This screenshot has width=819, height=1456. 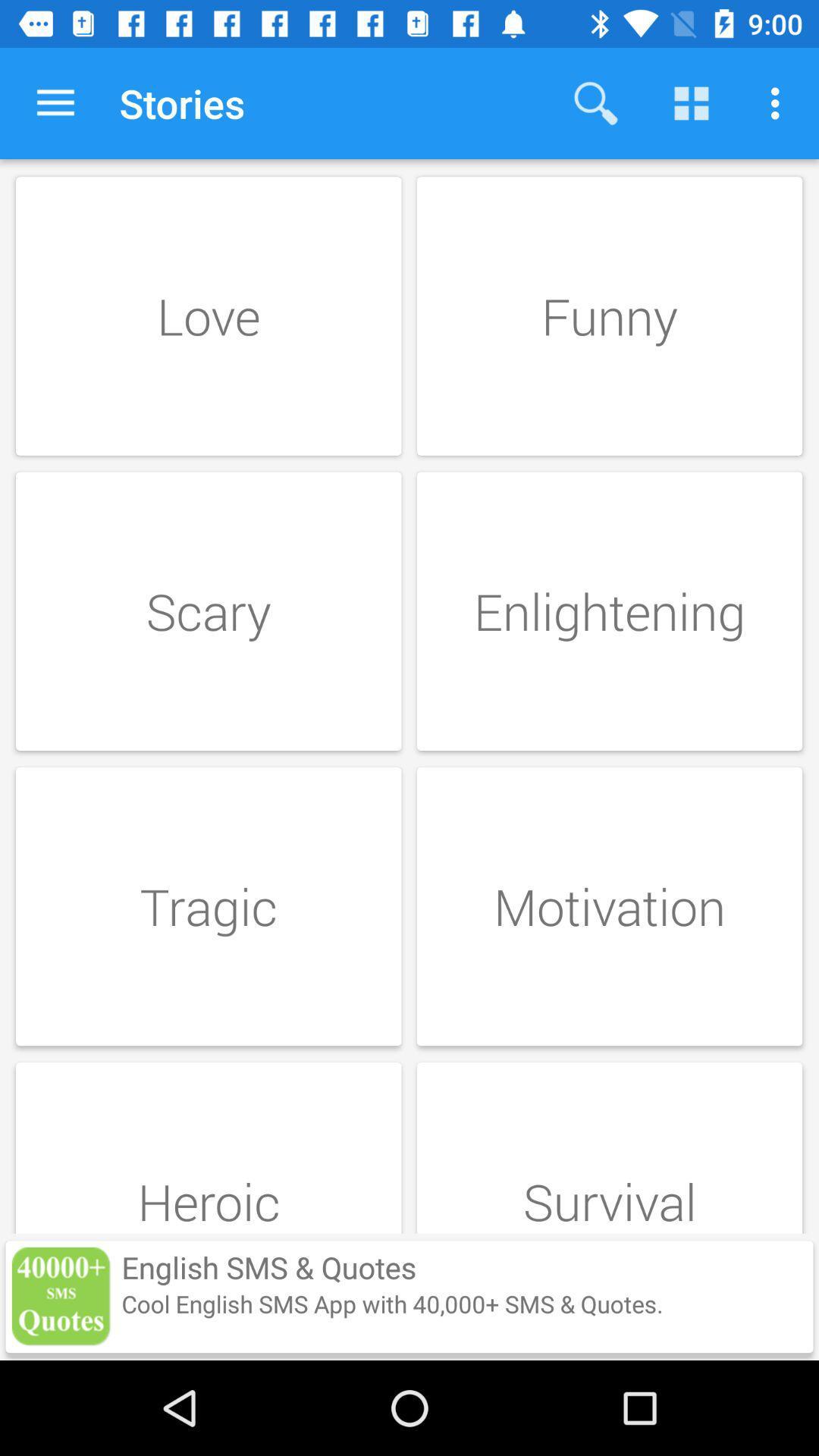 What do you see at coordinates (55, 102) in the screenshot?
I see `the icon above the love icon` at bounding box center [55, 102].